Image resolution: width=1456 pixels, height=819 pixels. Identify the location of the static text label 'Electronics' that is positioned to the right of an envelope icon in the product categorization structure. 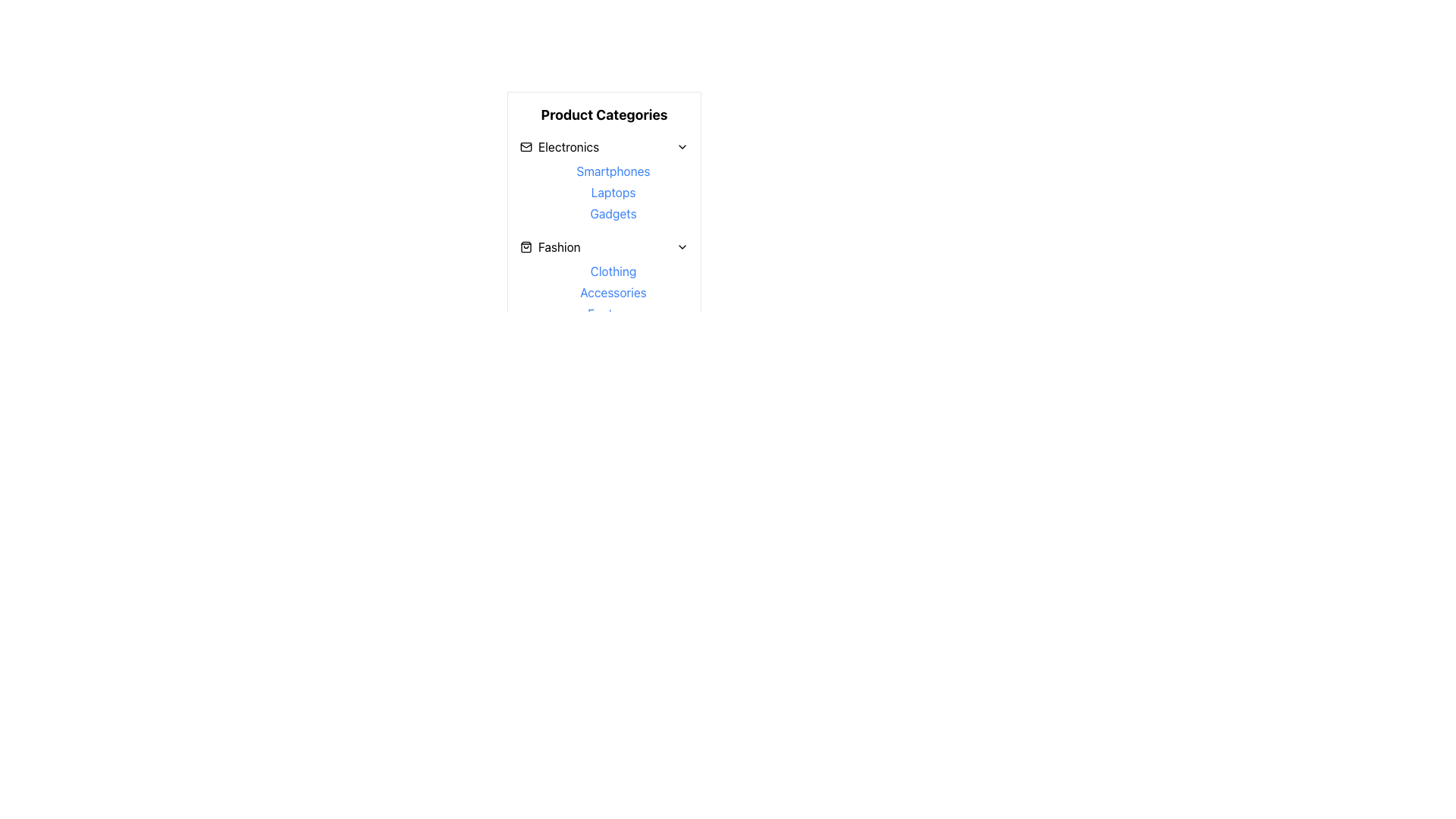
(568, 146).